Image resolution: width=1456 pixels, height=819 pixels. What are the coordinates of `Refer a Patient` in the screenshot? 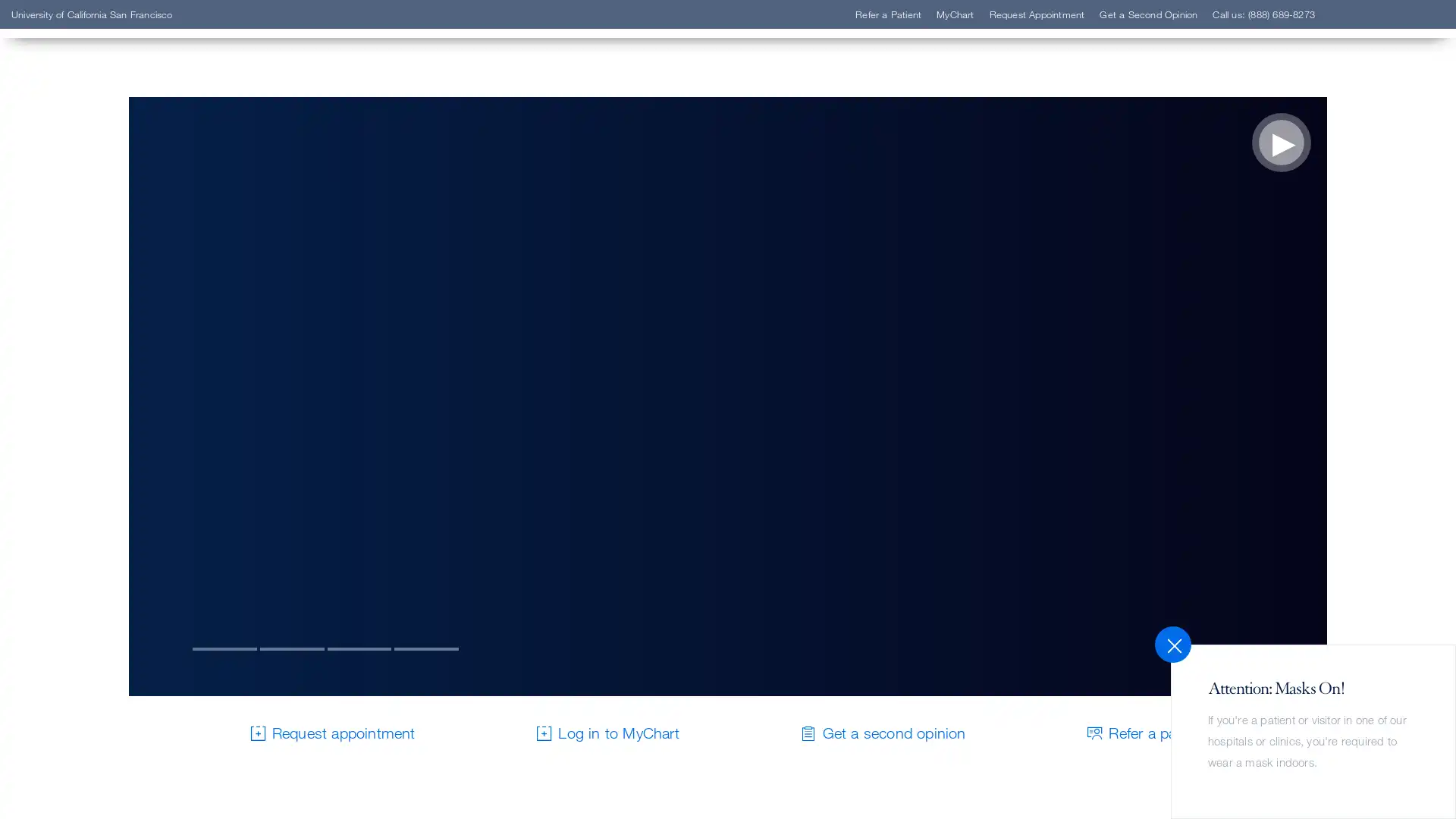 It's located at (108, 245).